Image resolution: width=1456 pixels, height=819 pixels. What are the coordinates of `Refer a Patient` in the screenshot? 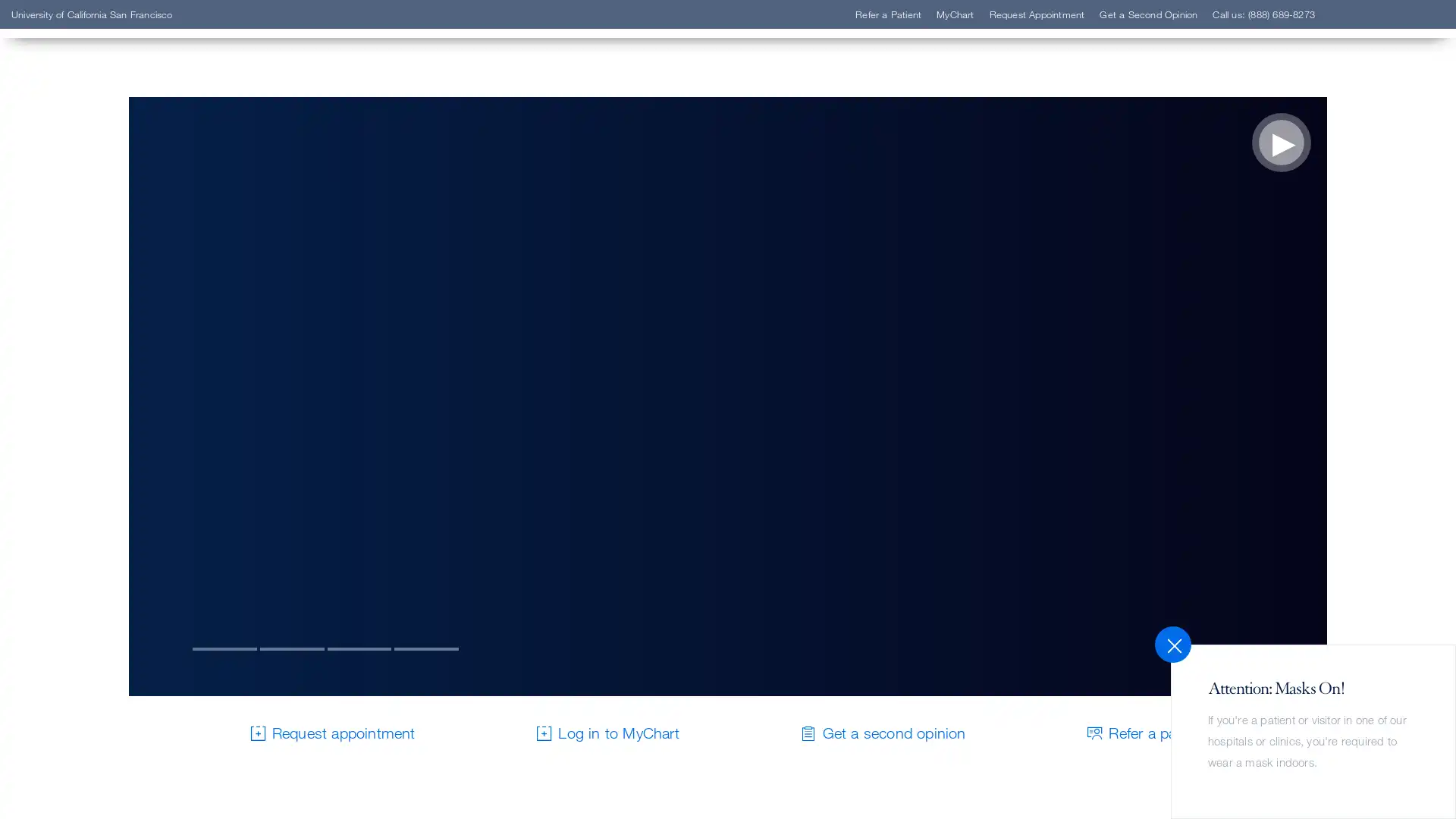 It's located at (108, 245).